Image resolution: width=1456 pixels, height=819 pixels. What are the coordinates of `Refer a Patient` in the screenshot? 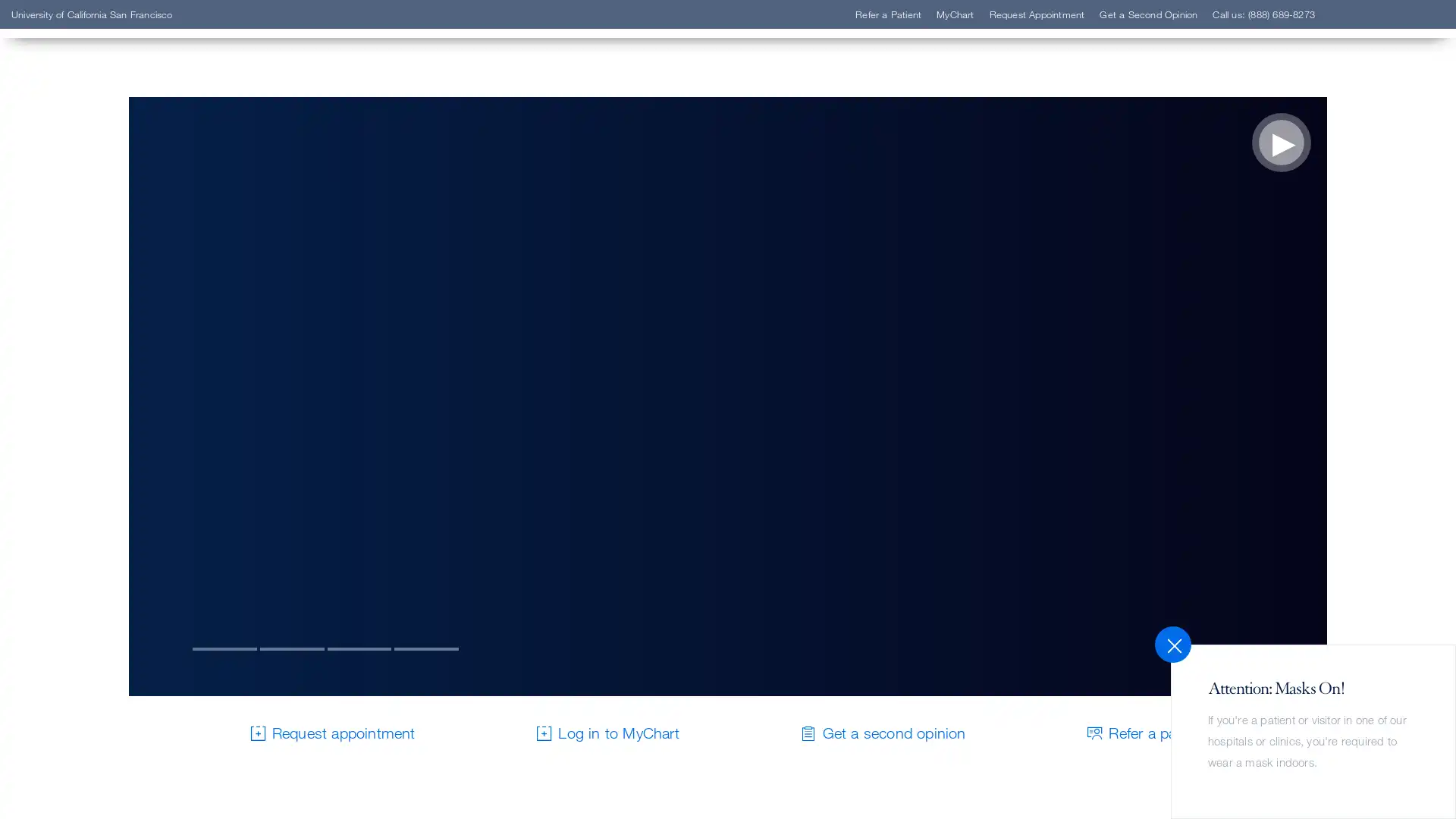 It's located at (108, 245).